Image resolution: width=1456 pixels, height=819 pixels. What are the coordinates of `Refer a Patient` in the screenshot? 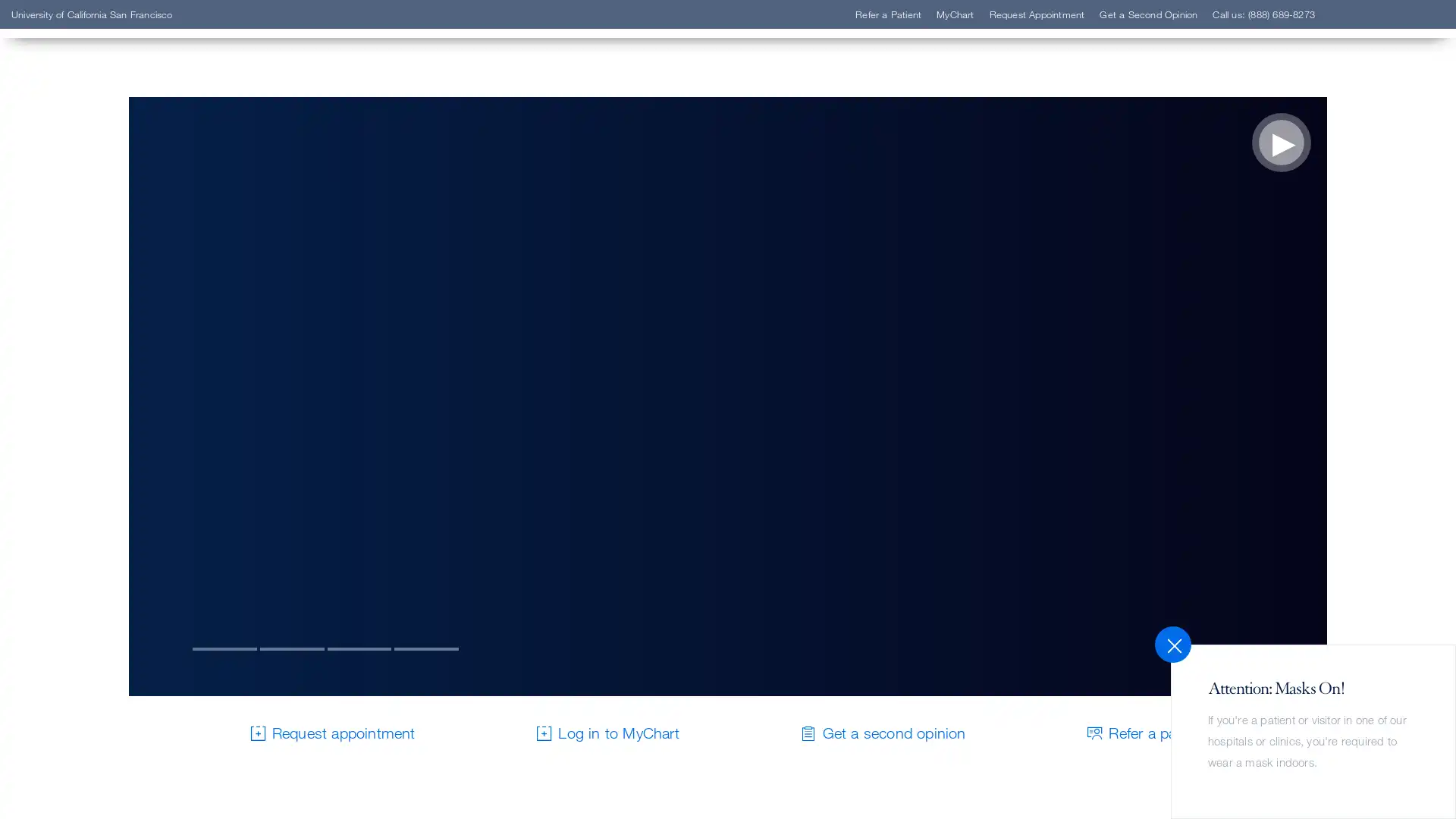 It's located at (108, 245).